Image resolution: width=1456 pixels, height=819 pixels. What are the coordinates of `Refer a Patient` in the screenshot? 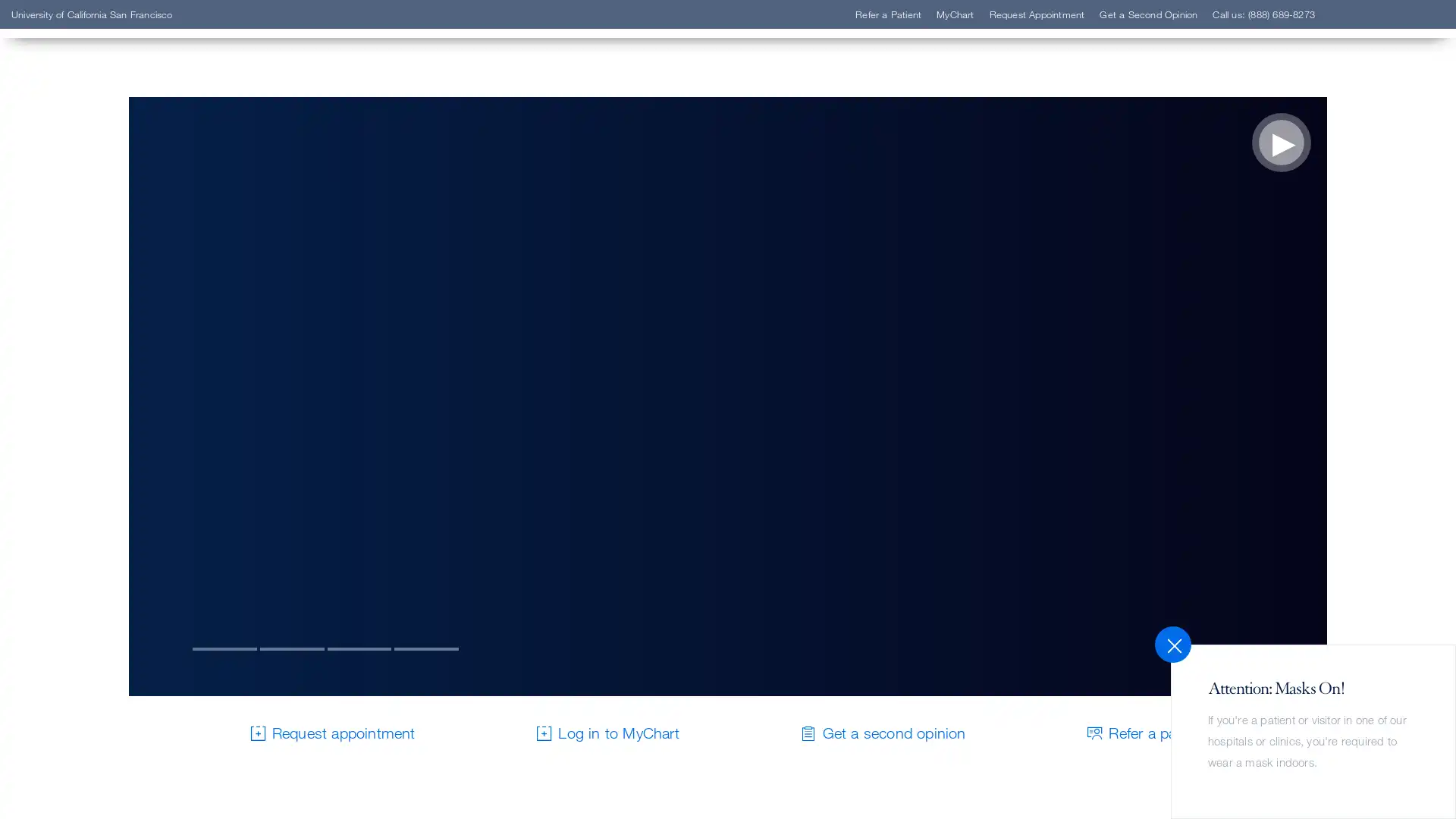 It's located at (108, 245).